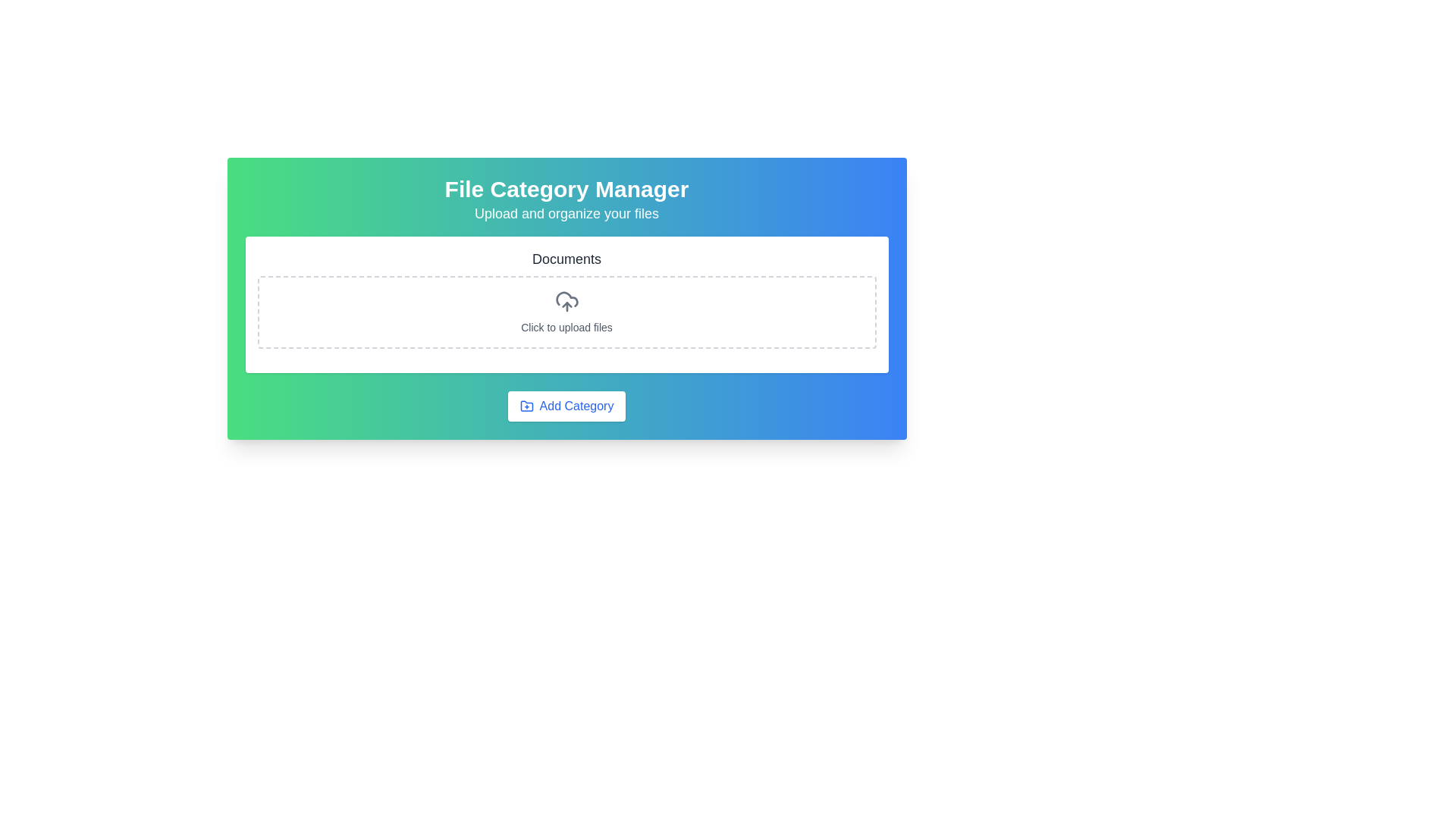 The height and width of the screenshot is (819, 1456). What do you see at coordinates (566, 213) in the screenshot?
I see `the textual component displaying 'Upload and organize your files', which is positioned below the heading 'File Category Manager'` at bounding box center [566, 213].